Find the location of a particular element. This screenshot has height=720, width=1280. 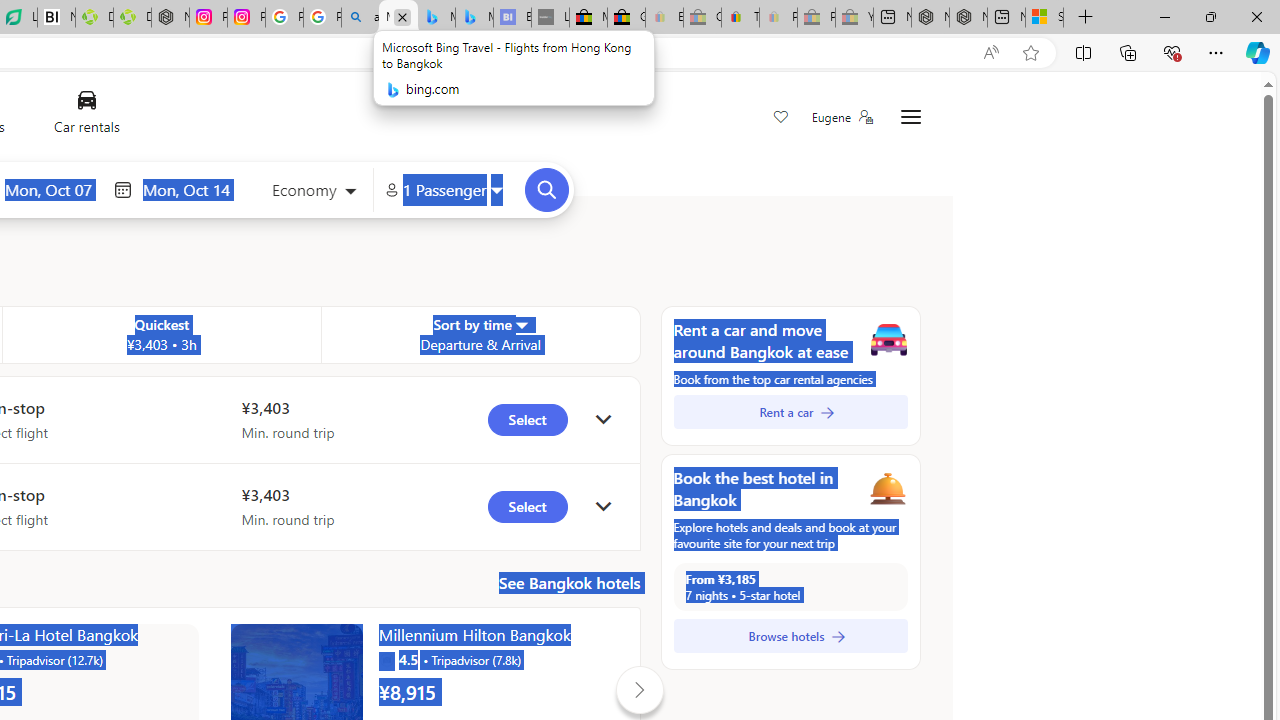

'Nordace - Summer Adventures 2024' is located at coordinates (968, 17).